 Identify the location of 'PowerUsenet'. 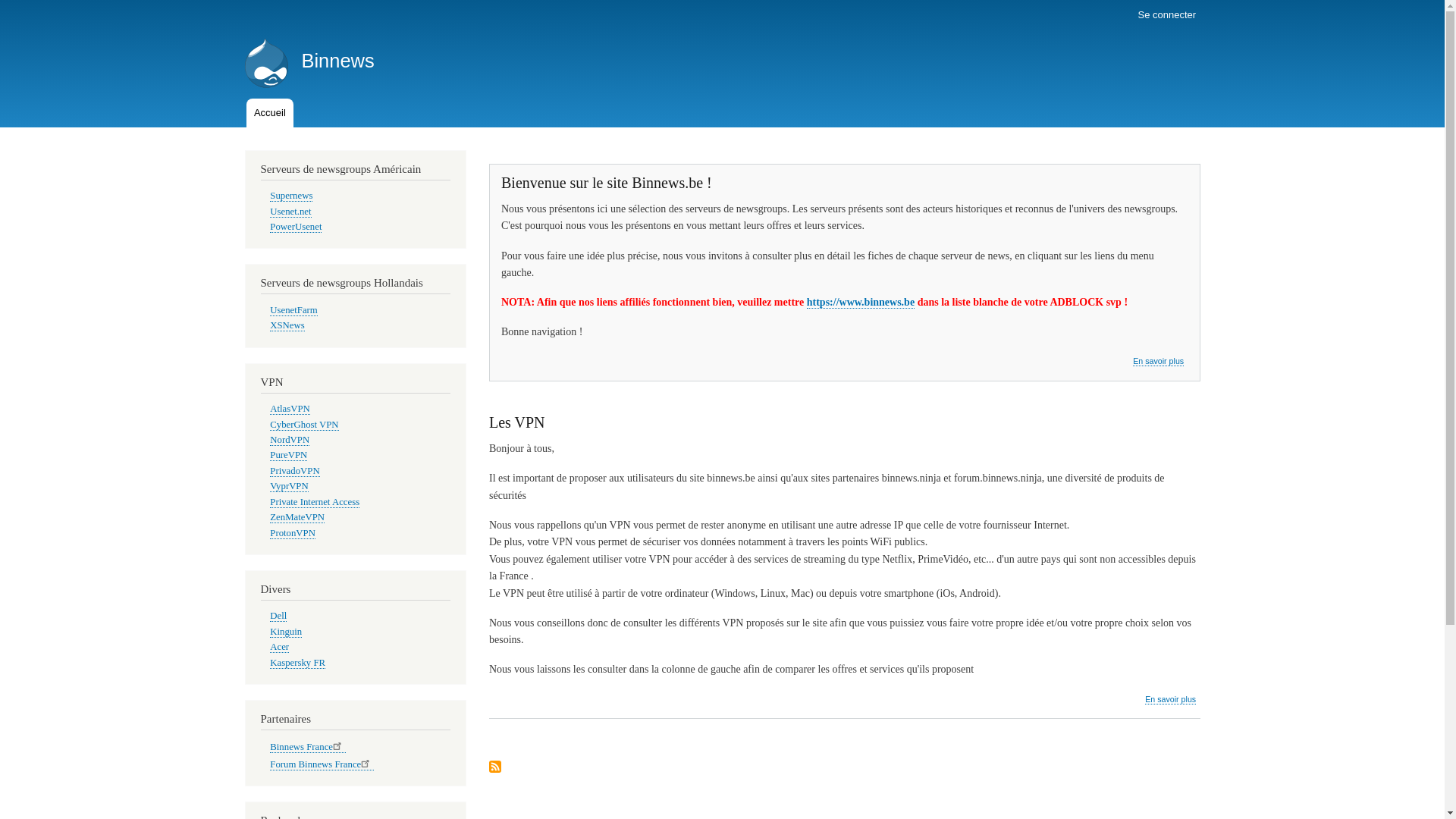
(295, 227).